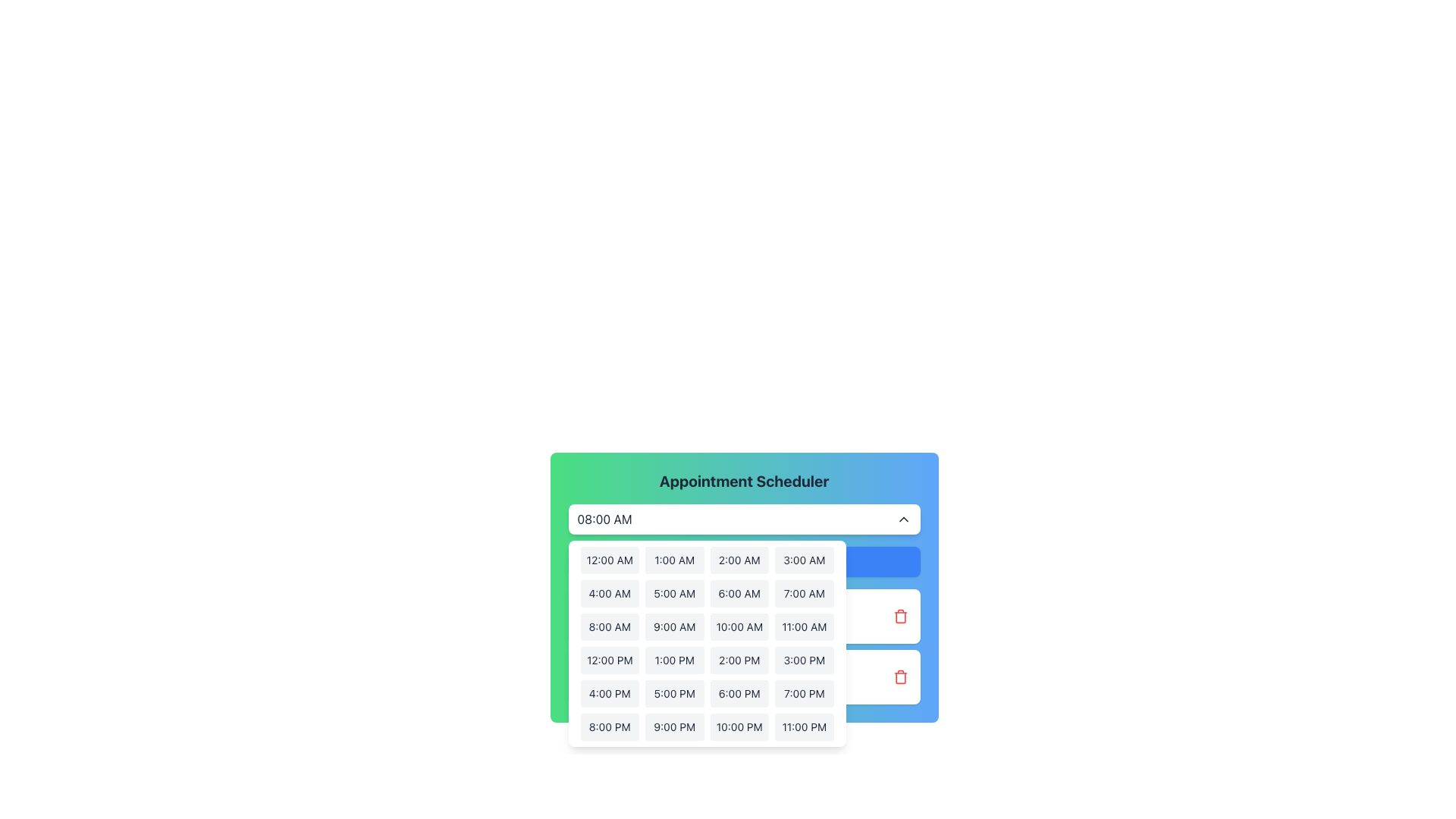 The height and width of the screenshot is (819, 1456). Describe the element at coordinates (744, 579) in the screenshot. I see `the Time selection option displaying '2:00 AM', which is the third item in the first row of the time options grid` at that location.